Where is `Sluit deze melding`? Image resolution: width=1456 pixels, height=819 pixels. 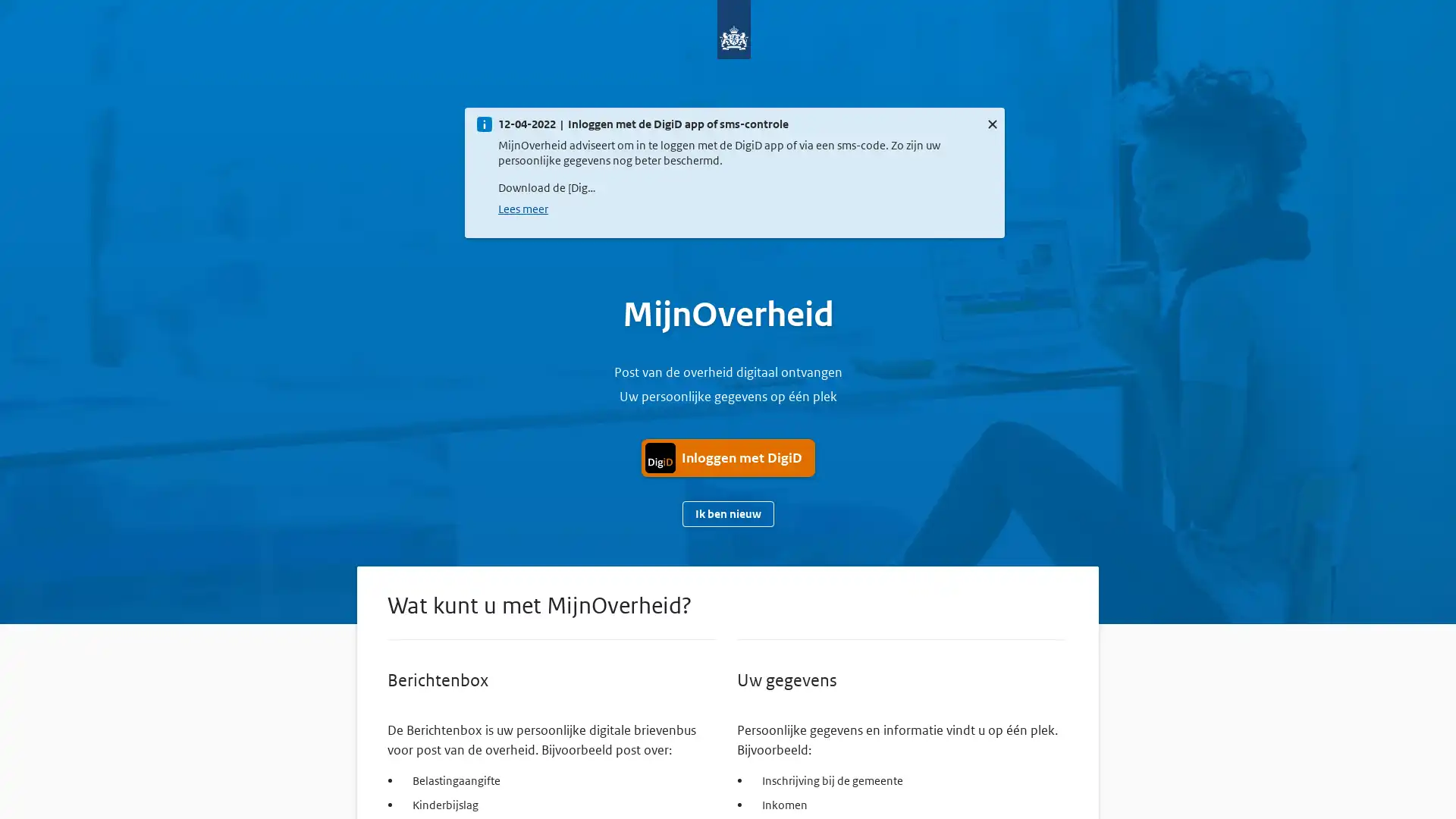
Sluit deze melding is located at coordinates (993, 124).